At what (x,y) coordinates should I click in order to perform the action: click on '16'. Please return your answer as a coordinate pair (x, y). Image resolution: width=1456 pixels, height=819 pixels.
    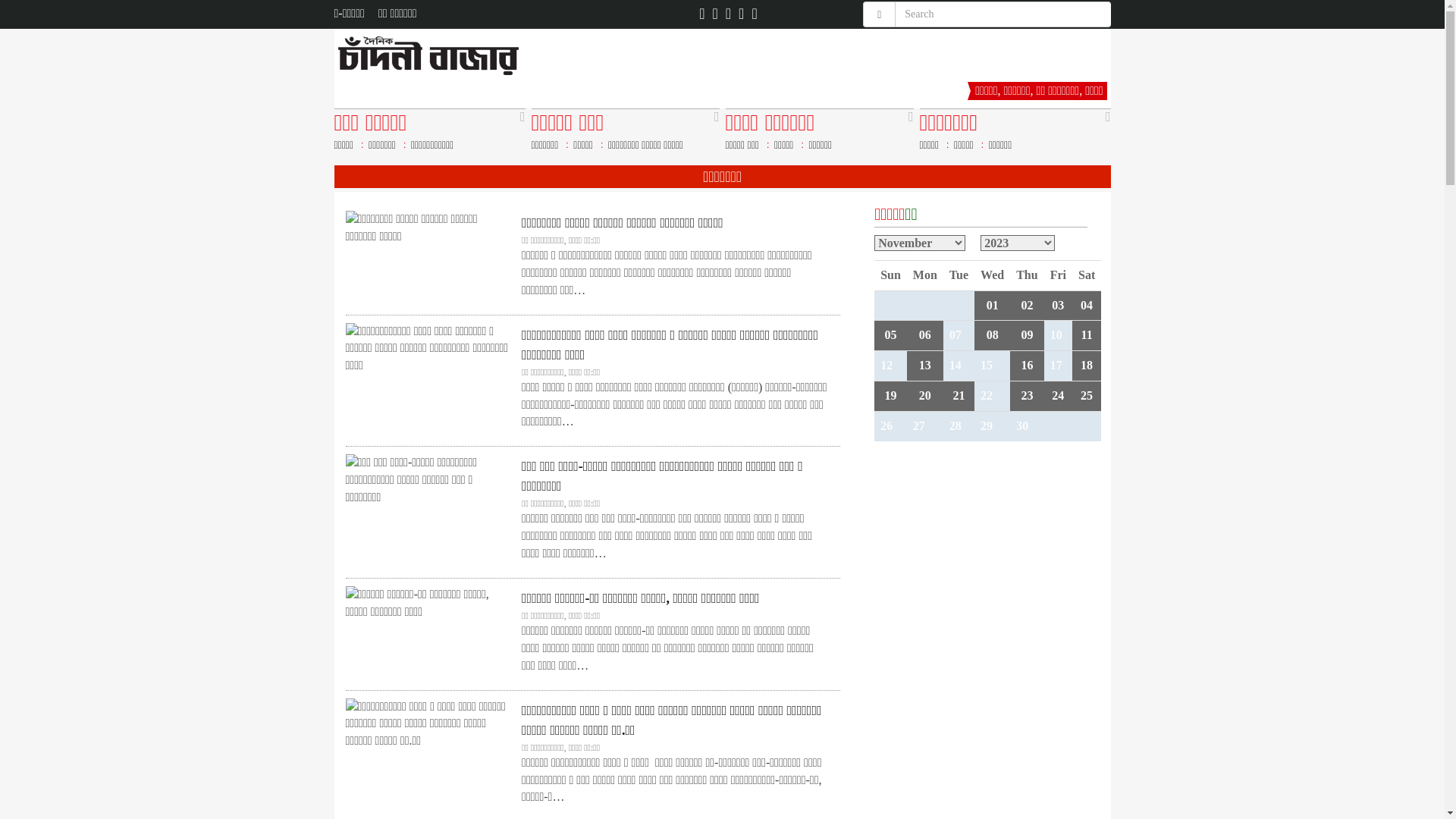
    Looking at the image, I should click on (1020, 365).